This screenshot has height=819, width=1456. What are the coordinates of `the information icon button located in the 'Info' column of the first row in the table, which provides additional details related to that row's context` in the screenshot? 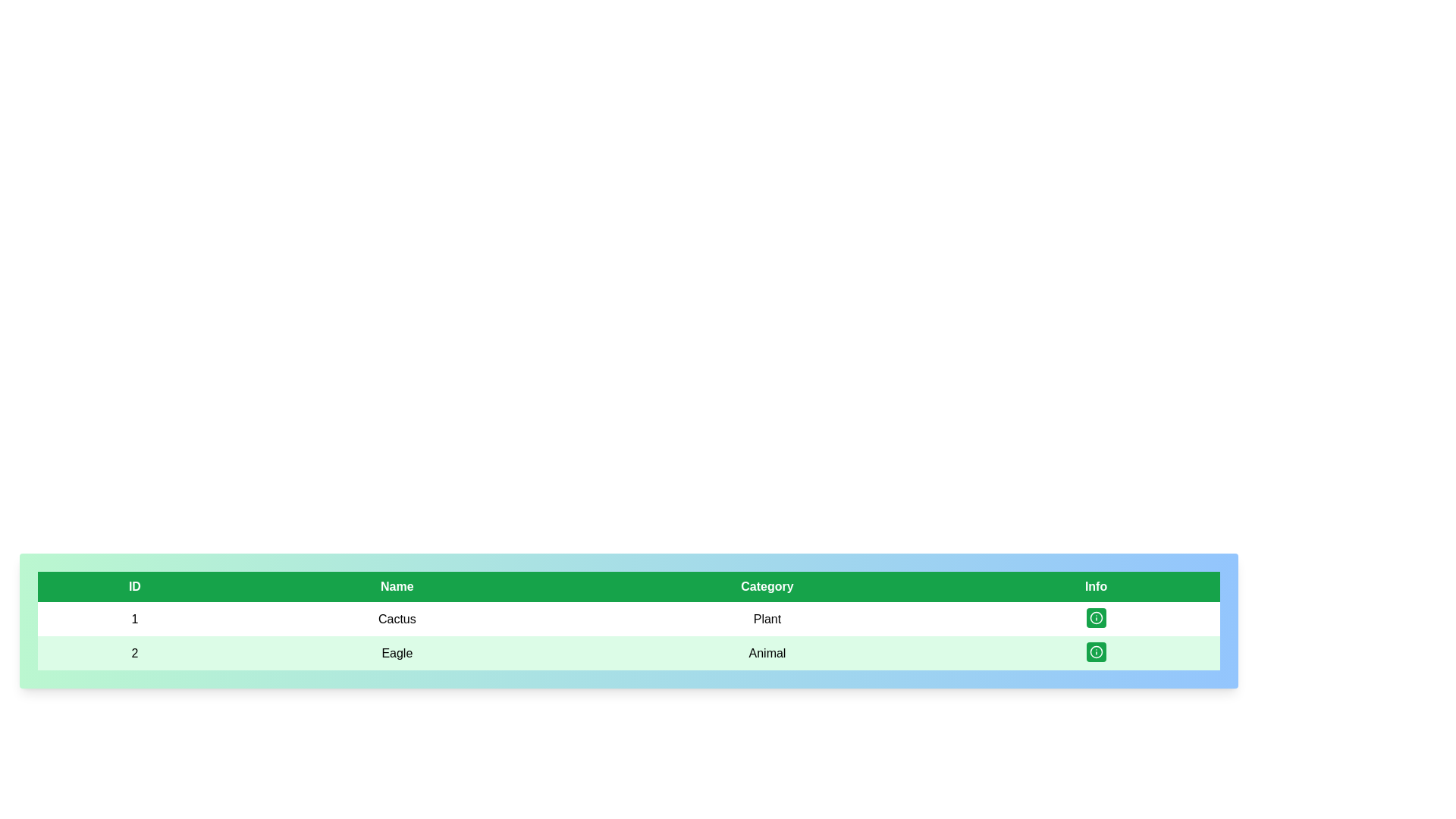 It's located at (1096, 617).